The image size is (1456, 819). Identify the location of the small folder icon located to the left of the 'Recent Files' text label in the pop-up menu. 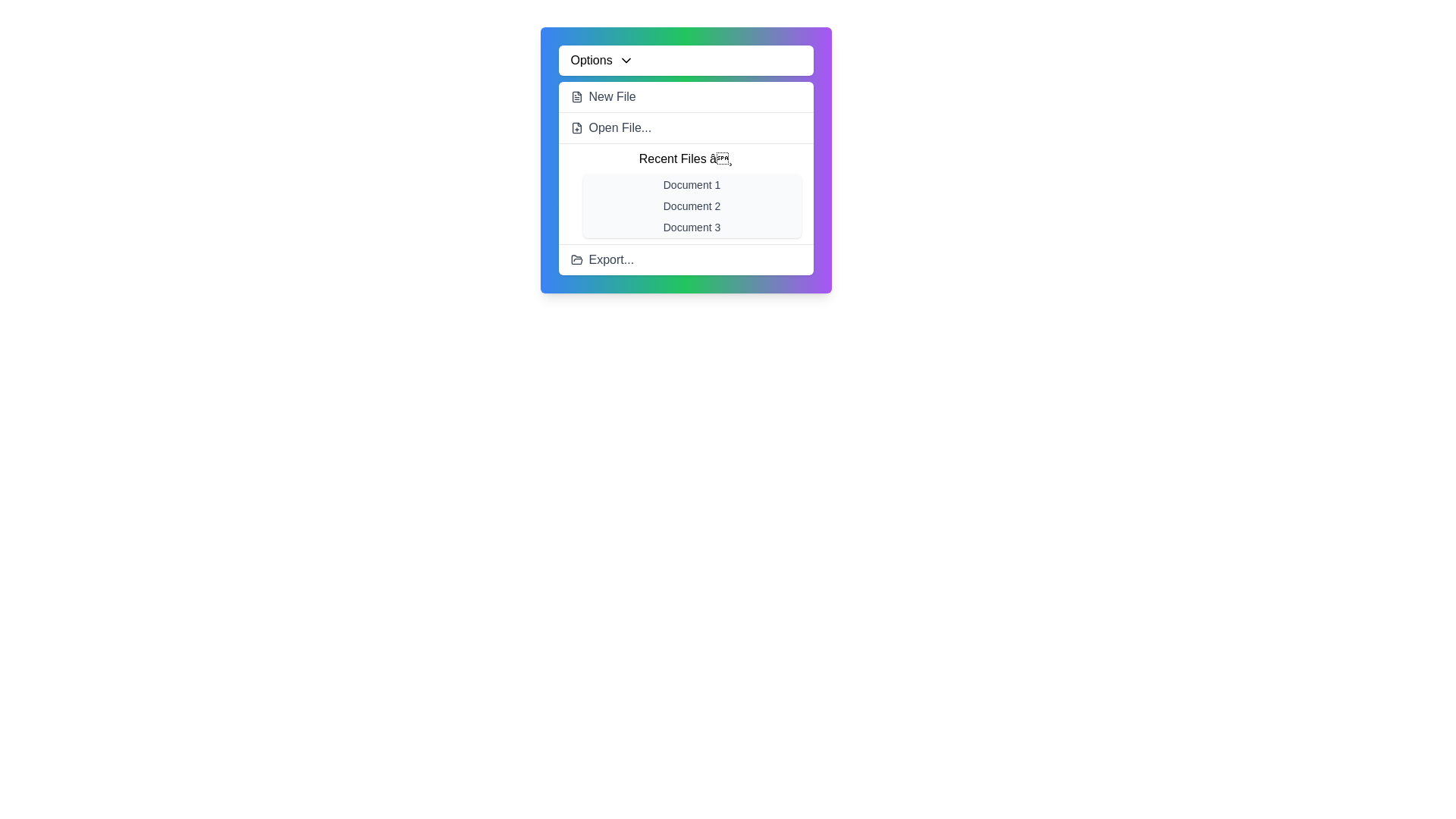
(576, 259).